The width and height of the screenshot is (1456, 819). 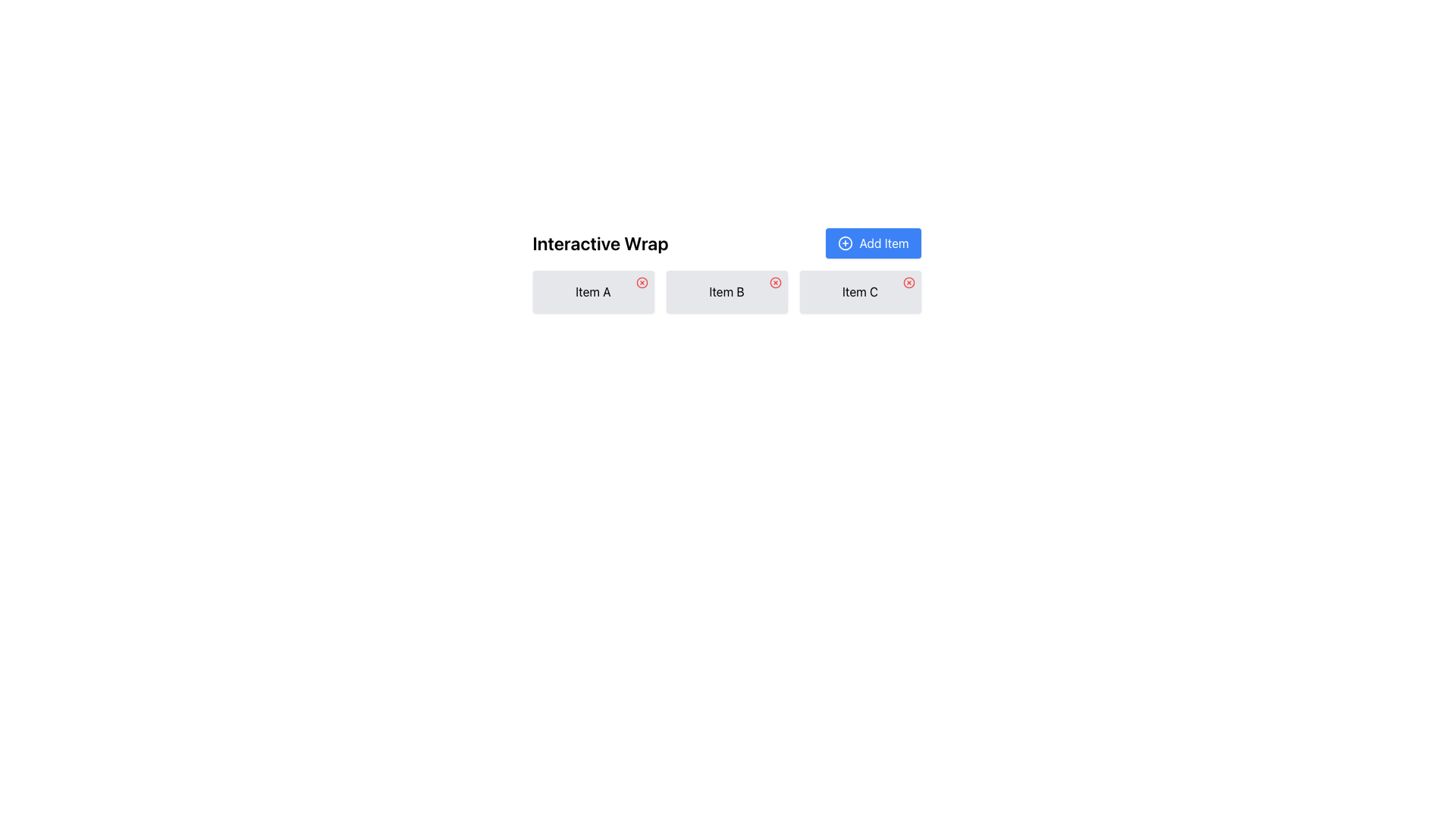 I want to click on the card labeled 'Item B', which contains a button in the top-right corner for a possible remove or delete action, so click(x=726, y=292).